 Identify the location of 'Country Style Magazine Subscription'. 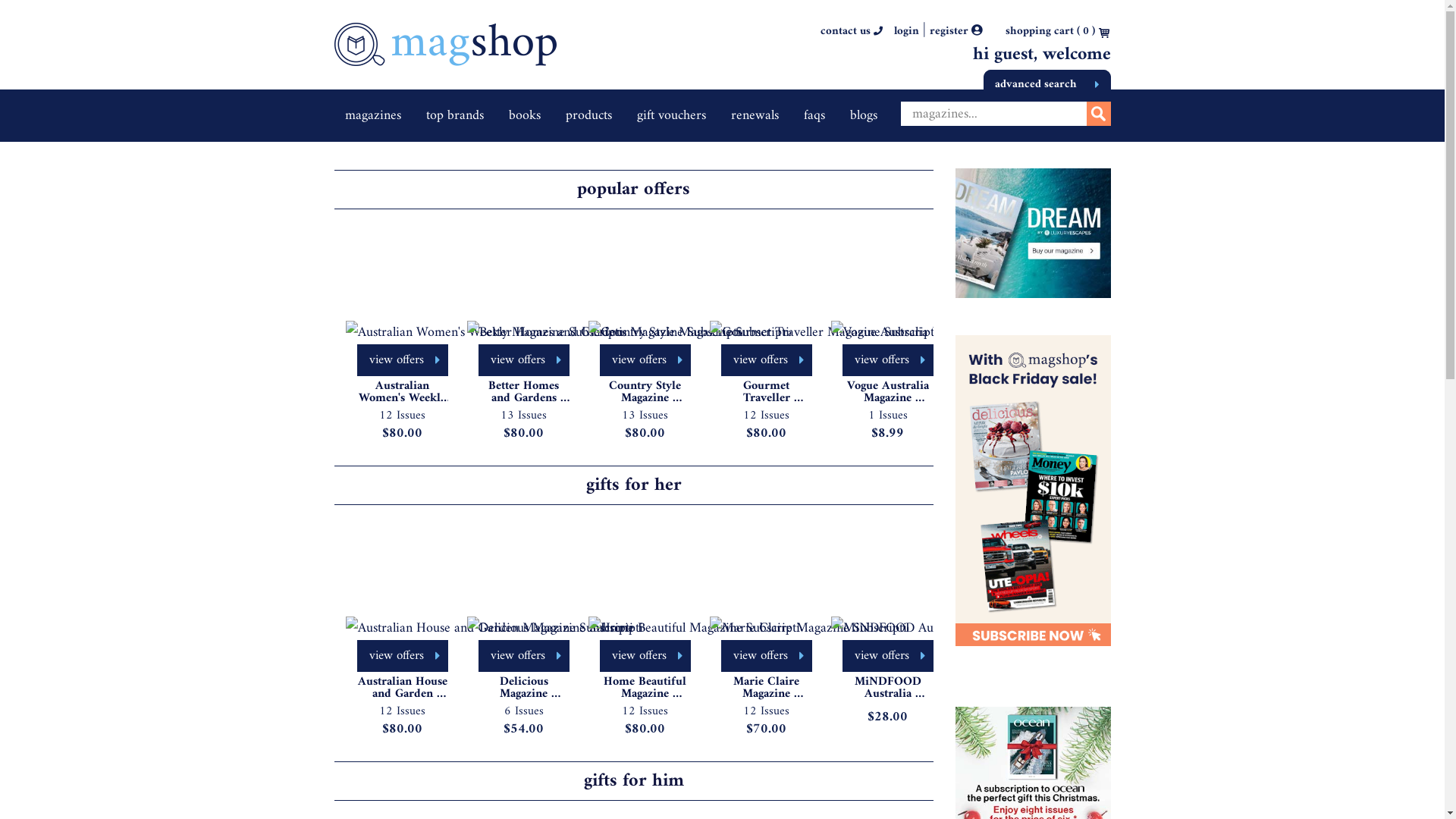
(598, 391).